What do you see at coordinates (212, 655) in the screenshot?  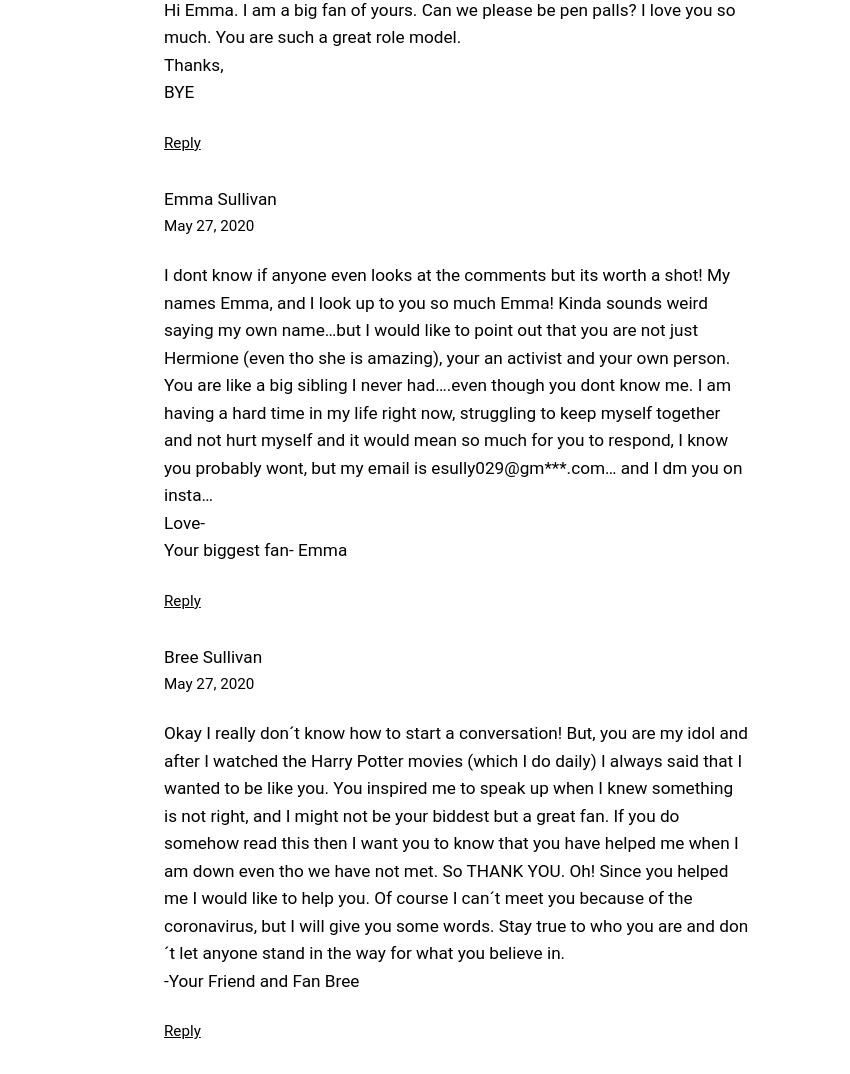 I see `'Bree Sullivan'` at bounding box center [212, 655].